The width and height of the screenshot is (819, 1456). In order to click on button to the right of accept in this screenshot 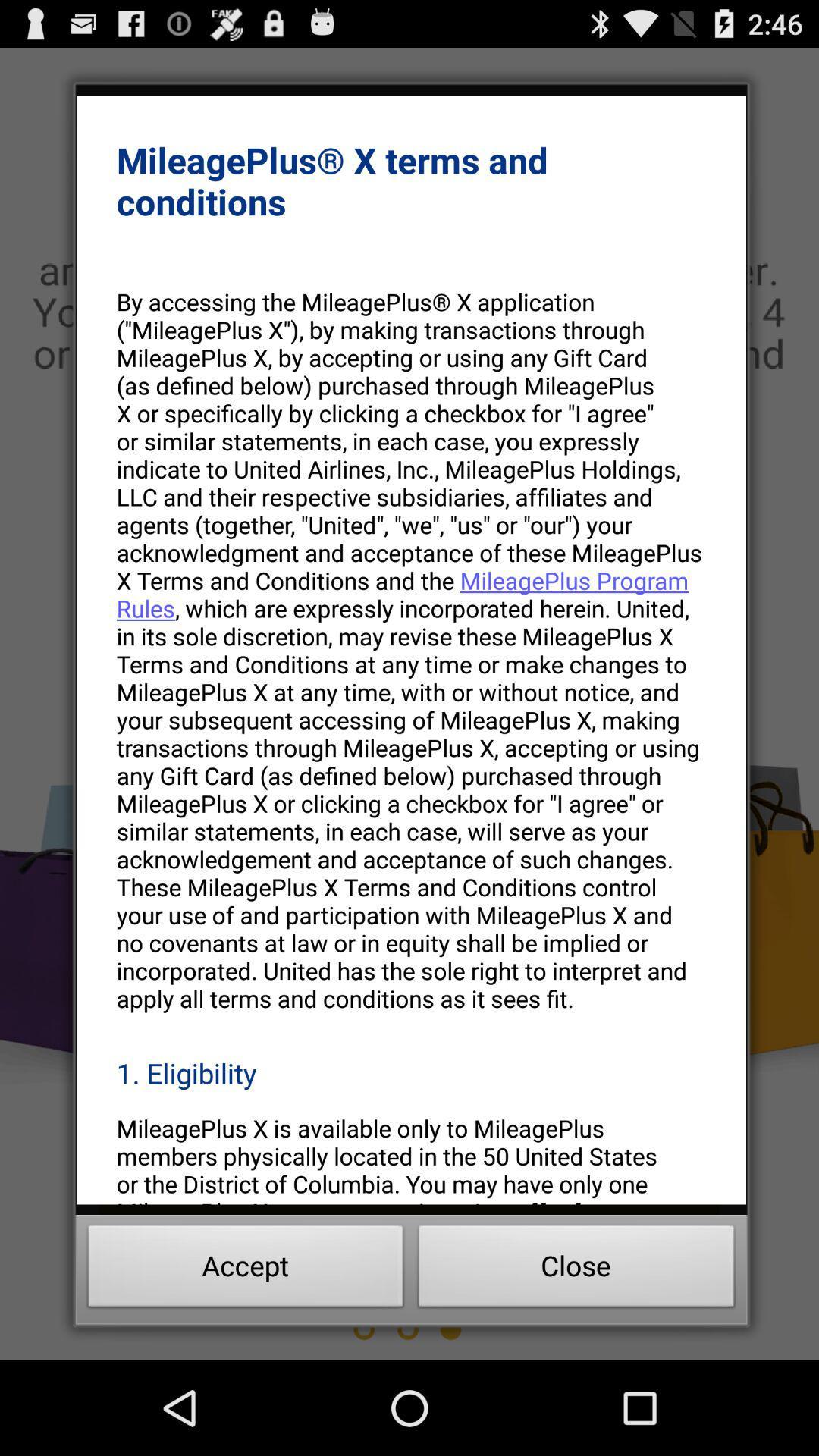, I will do `click(576, 1270)`.